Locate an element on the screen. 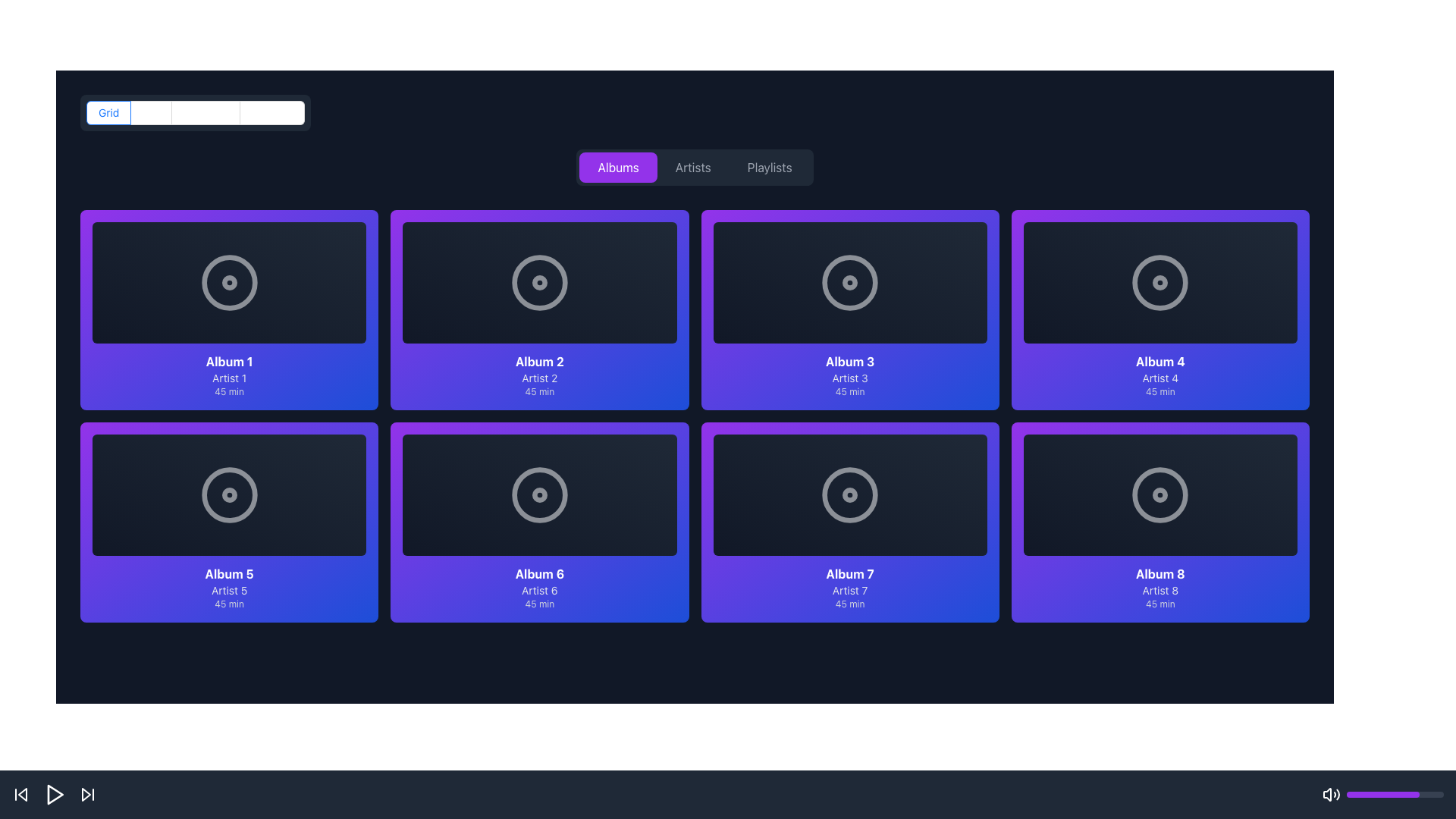 This screenshot has width=1456, height=819. the 'List' radio button, which is styled as a selectable option with a white font on a dark background, positioned second from the left among 'Grid', 'Compact', and 'Detailed' radio buttons is located at coordinates (152, 112).